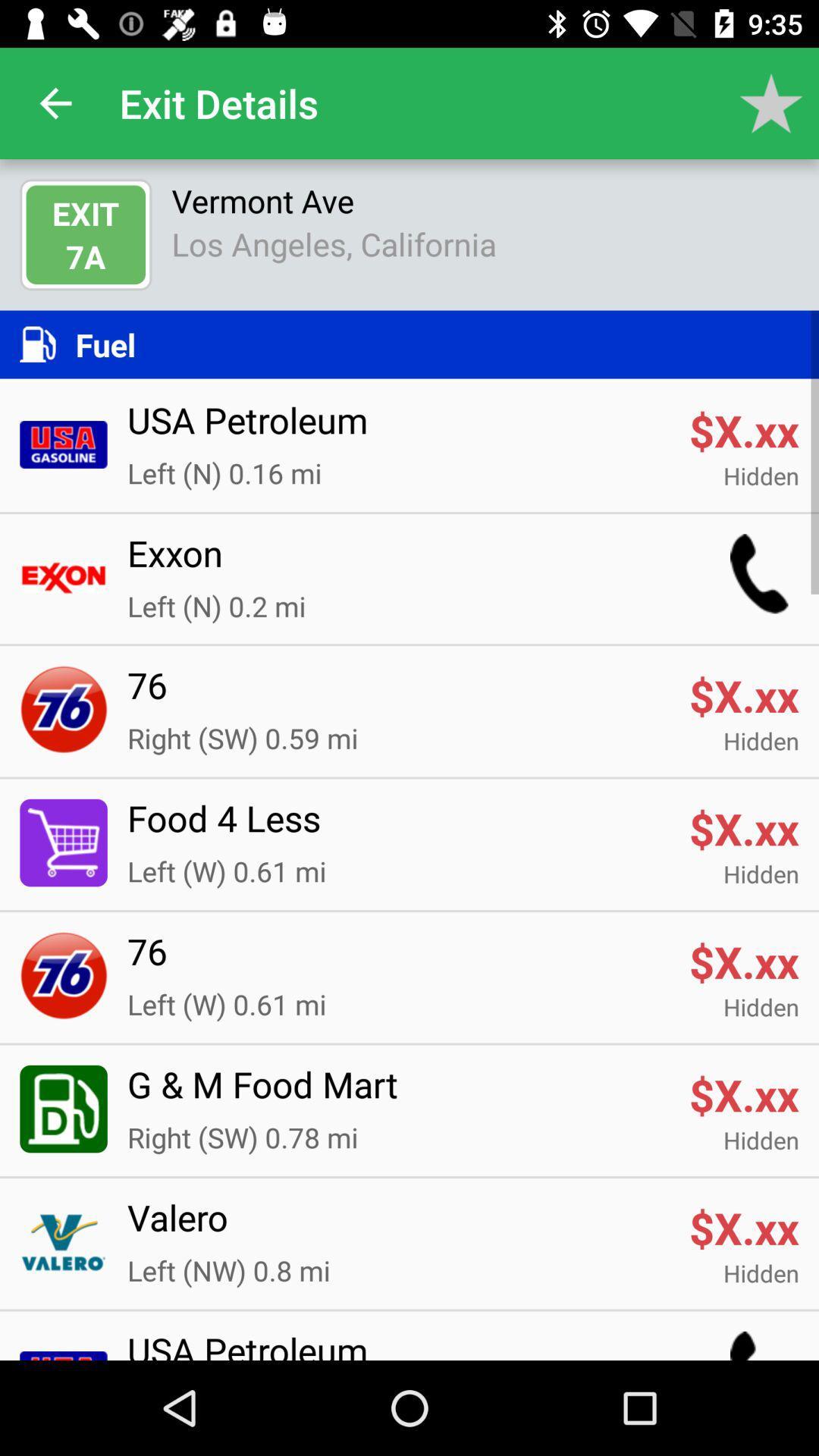  What do you see at coordinates (397, 562) in the screenshot?
I see `icon above the left n 0 item` at bounding box center [397, 562].